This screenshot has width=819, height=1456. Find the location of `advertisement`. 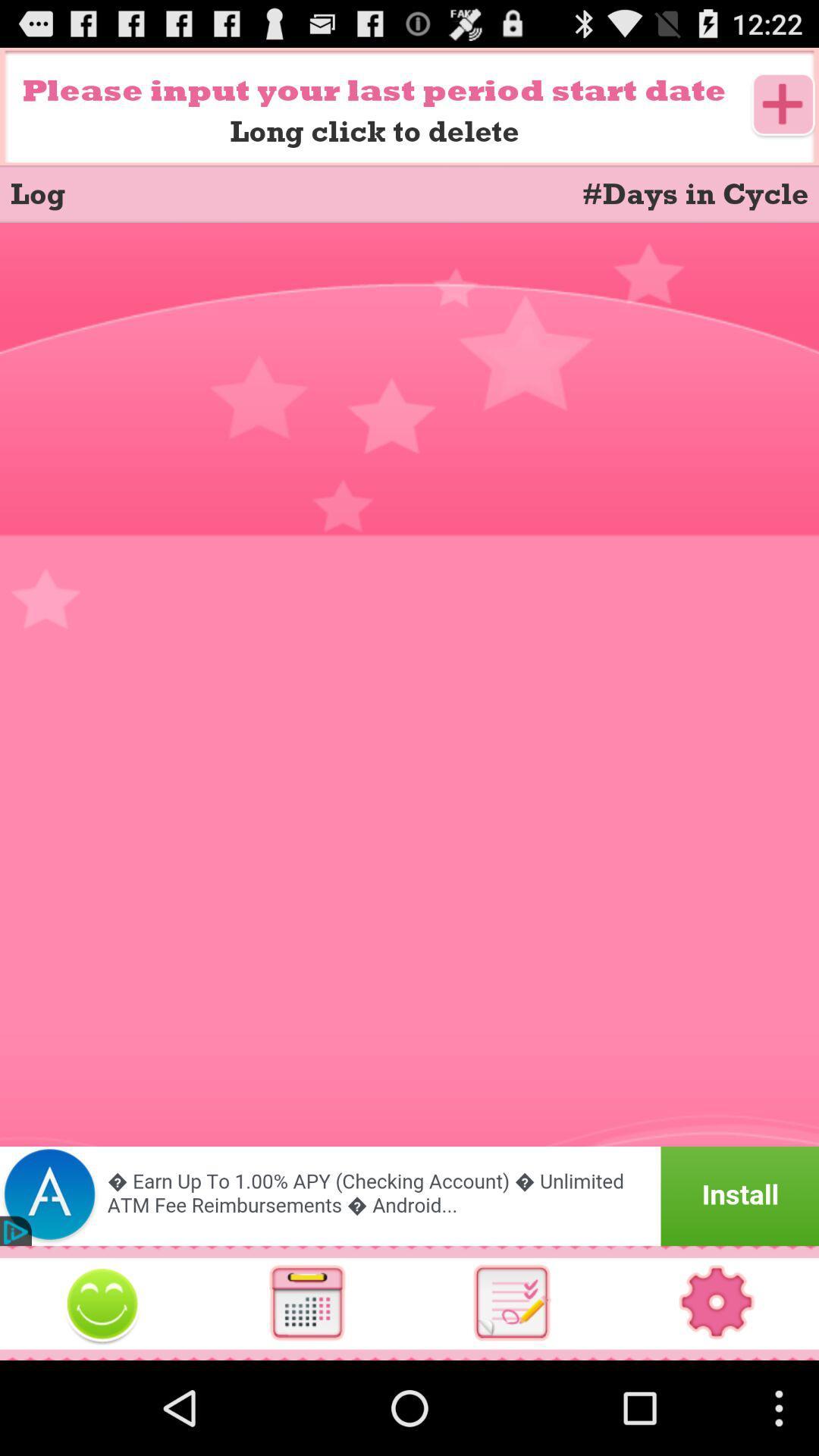

advertisement is located at coordinates (409, 1195).